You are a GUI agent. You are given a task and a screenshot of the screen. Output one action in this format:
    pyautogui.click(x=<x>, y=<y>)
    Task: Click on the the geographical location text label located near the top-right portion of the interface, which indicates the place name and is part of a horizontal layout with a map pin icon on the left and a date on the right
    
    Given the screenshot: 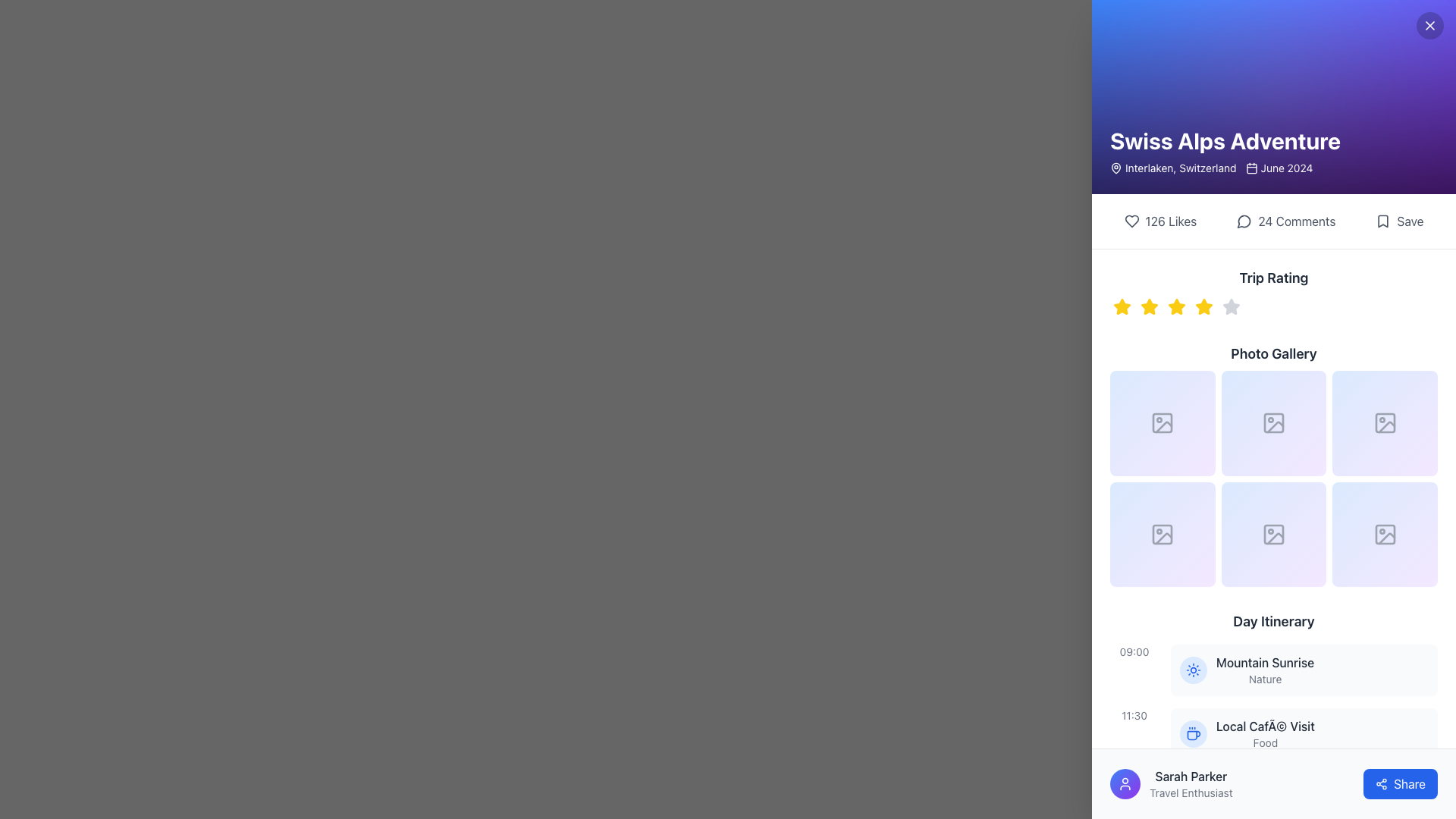 What is the action you would take?
    pyautogui.click(x=1172, y=168)
    